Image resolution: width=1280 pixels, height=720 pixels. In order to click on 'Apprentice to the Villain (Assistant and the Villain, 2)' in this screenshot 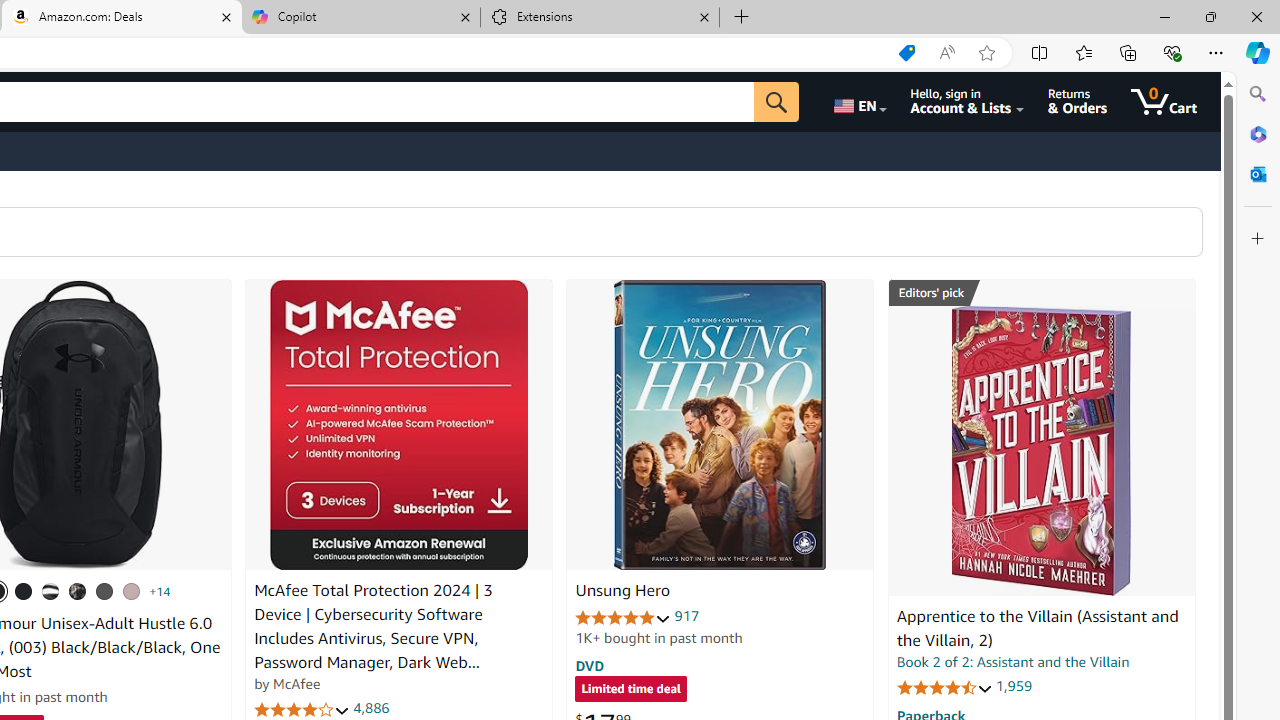, I will do `click(1037, 628)`.